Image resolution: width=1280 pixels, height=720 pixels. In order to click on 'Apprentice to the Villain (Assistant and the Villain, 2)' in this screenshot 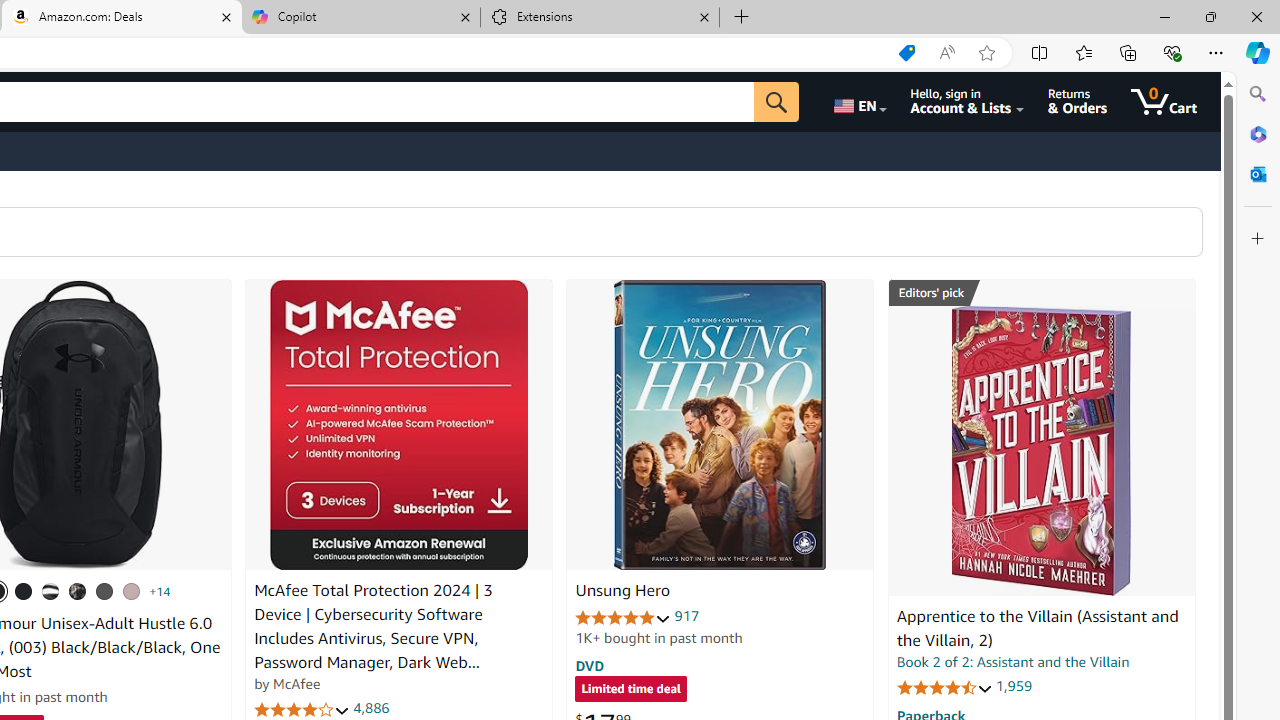, I will do `click(1037, 628)`.